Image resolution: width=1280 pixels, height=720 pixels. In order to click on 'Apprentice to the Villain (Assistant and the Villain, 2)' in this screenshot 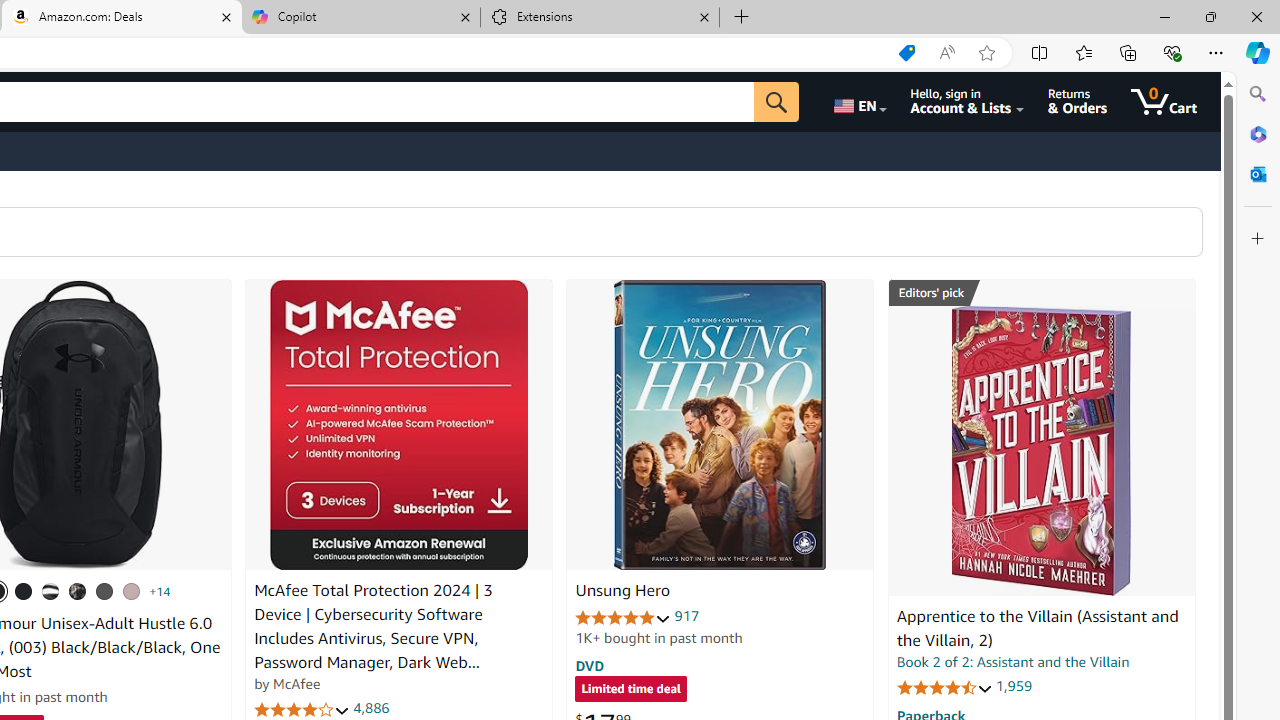, I will do `click(1037, 628)`.